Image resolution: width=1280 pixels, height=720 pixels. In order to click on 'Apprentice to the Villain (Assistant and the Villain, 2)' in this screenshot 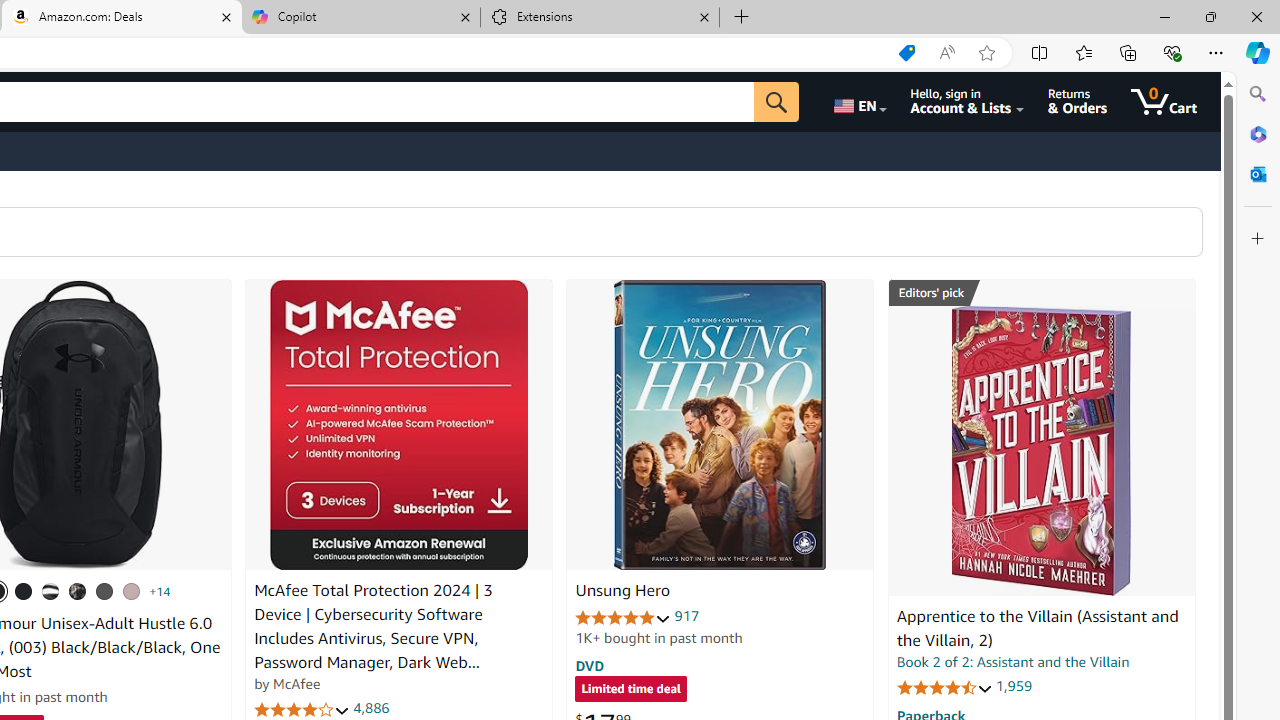, I will do `click(1037, 628)`.